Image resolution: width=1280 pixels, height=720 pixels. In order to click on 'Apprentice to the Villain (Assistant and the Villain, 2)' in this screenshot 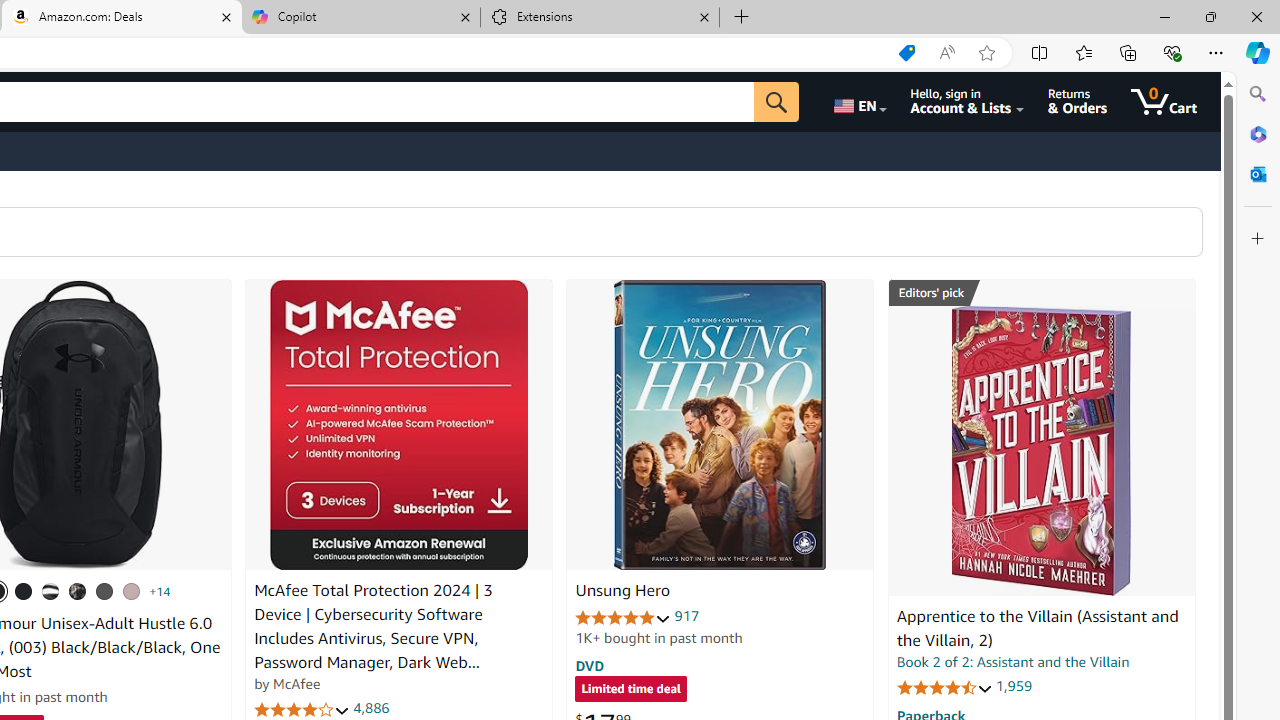, I will do `click(1037, 628)`.